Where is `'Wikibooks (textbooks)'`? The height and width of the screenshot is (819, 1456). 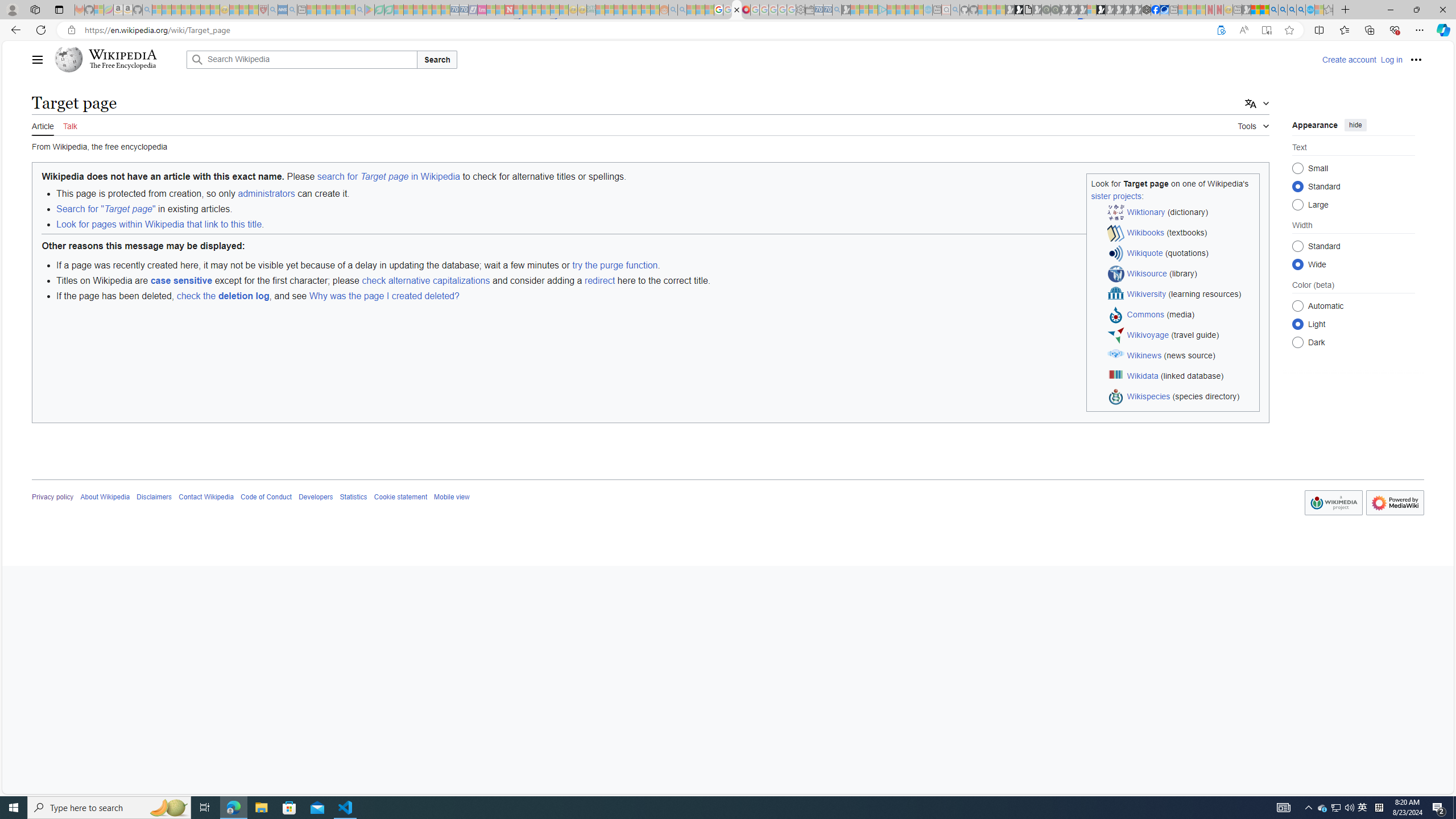
'Wikibooks (textbooks)' is located at coordinates (1181, 233).